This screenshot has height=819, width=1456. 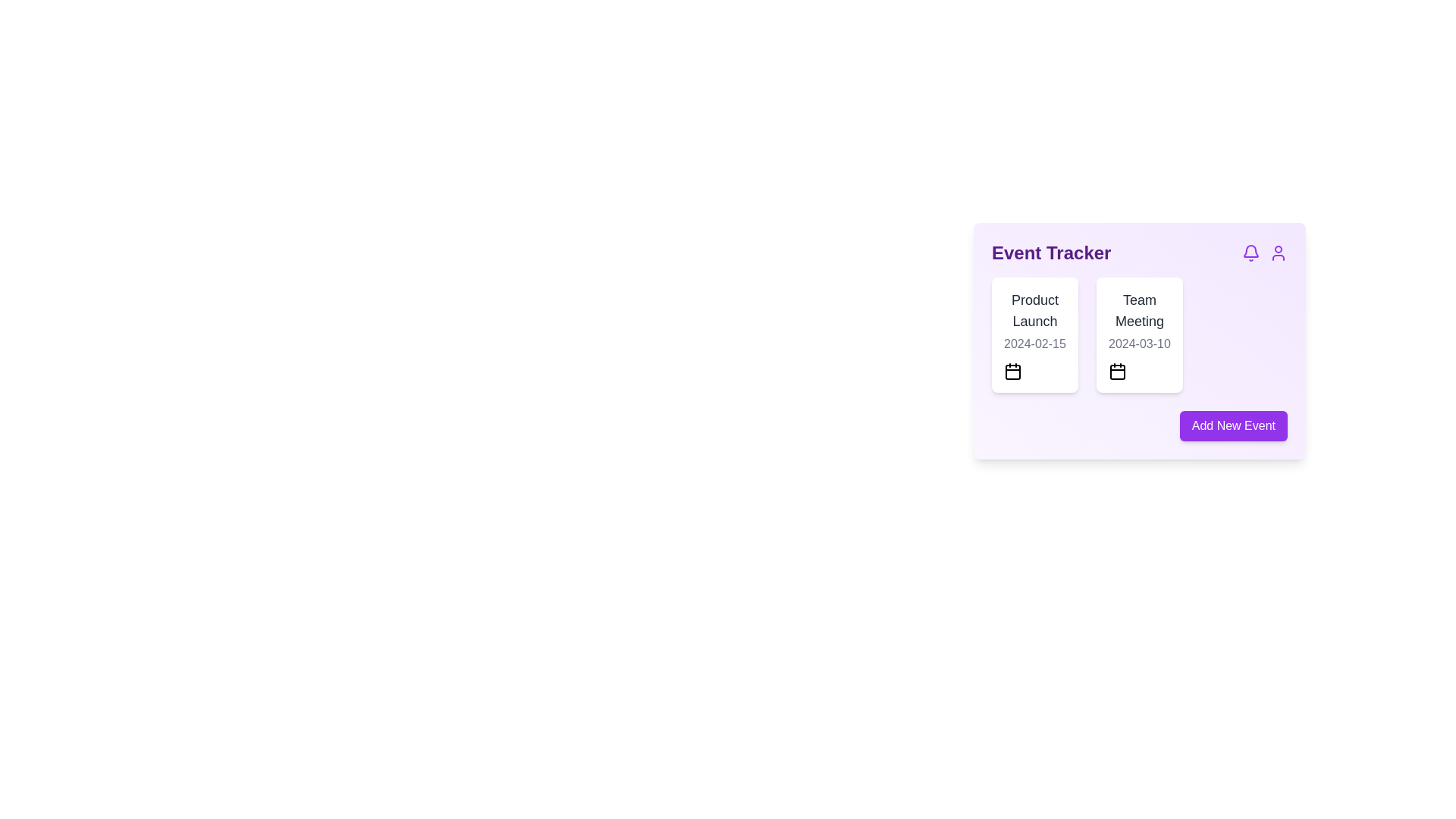 I want to click on the notification icon located in the top-right corner of the 'Event Tracker' area, so click(x=1265, y=253).